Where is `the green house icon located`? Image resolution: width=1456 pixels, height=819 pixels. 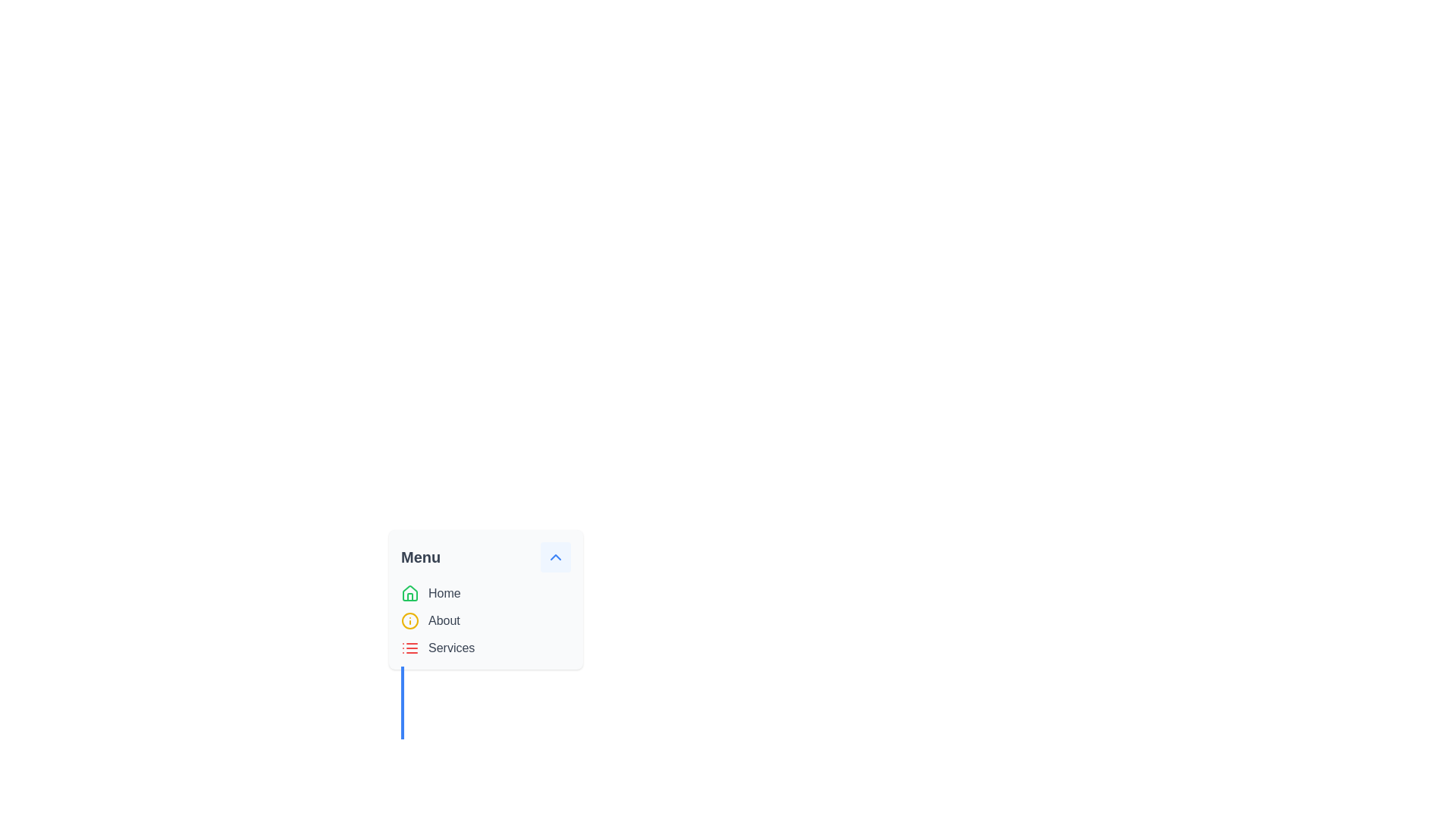 the green house icon located is located at coordinates (410, 592).